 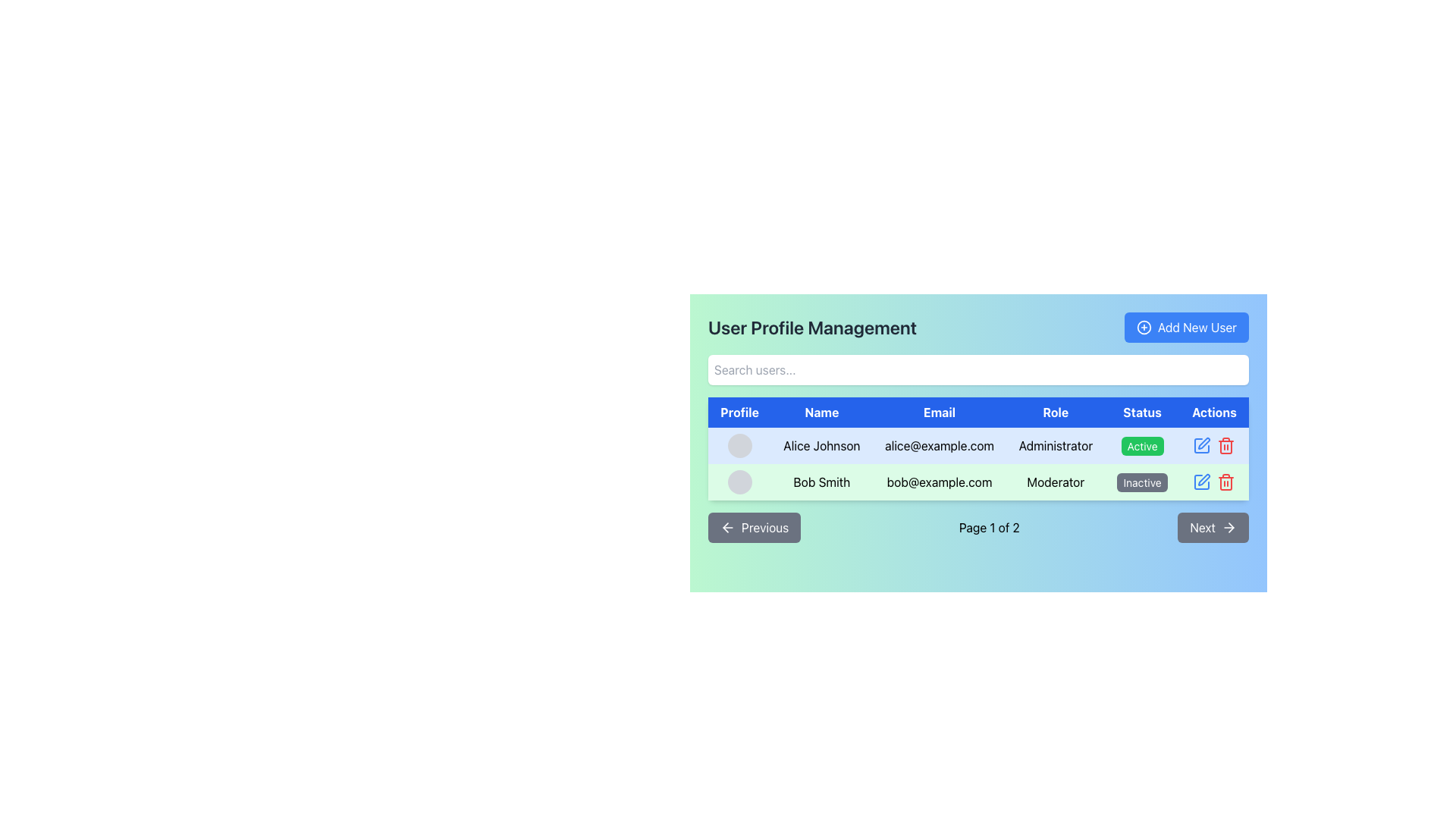 What do you see at coordinates (978, 463) in the screenshot?
I see `the user record row for Bob Smith in the User Profile Management interface` at bounding box center [978, 463].